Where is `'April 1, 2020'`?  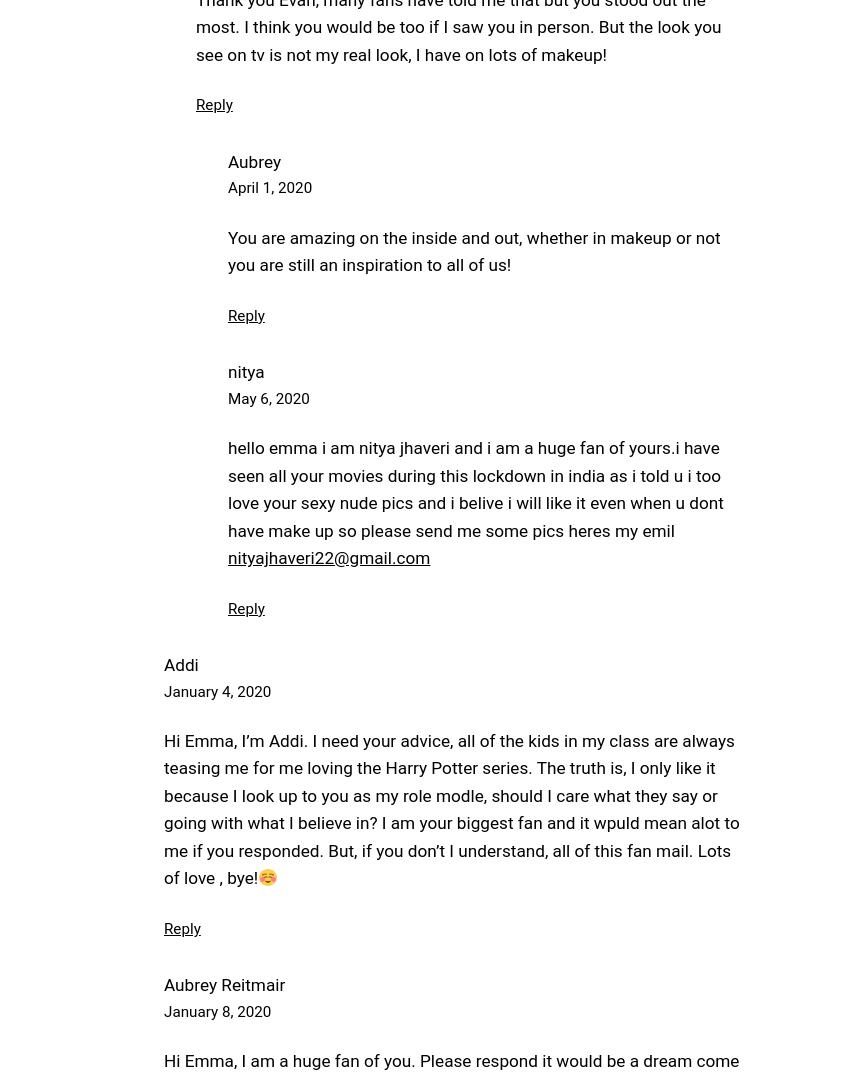
'April 1, 2020' is located at coordinates (268, 187).